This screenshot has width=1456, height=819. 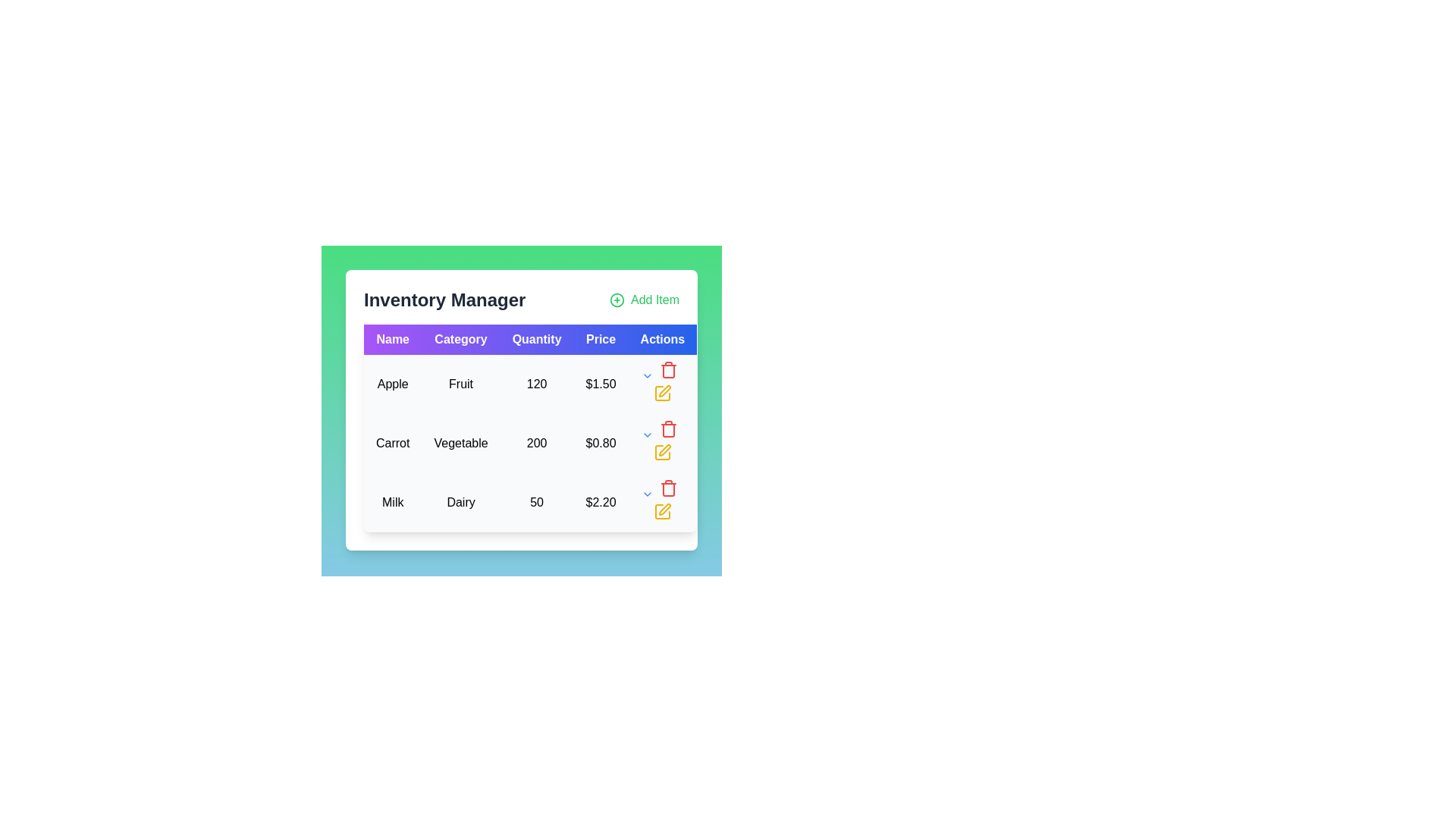 What do you see at coordinates (667, 371) in the screenshot?
I see `the trash can SVG icon located in the 'Actions' column of the third row of the table` at bounding box center [667, 371].